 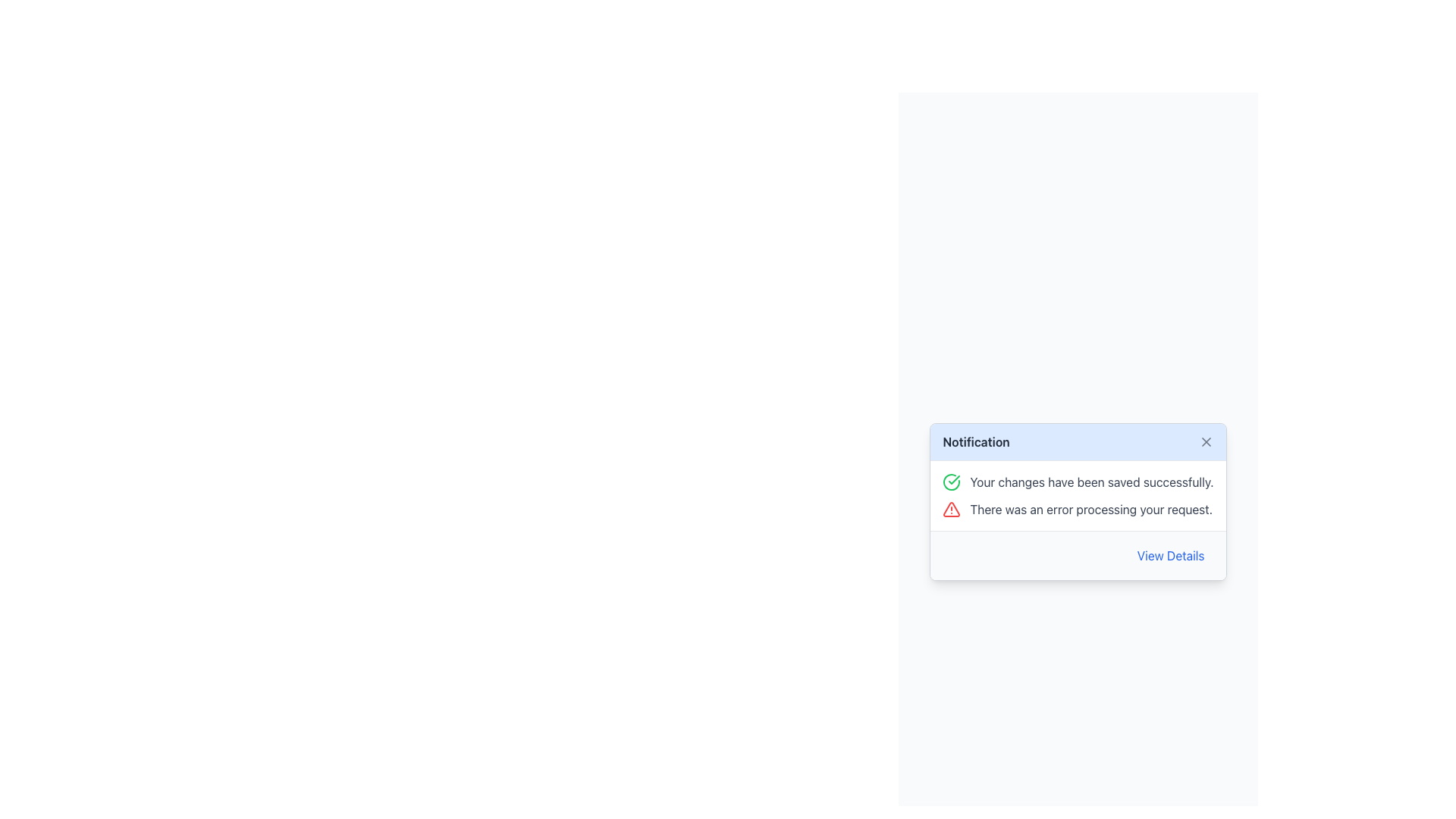 What do you see at coordinates (951, 509) in the screenshot?
I see `the triangle alert icon which indicates a warning or error state` at bounding box center [951, 509].